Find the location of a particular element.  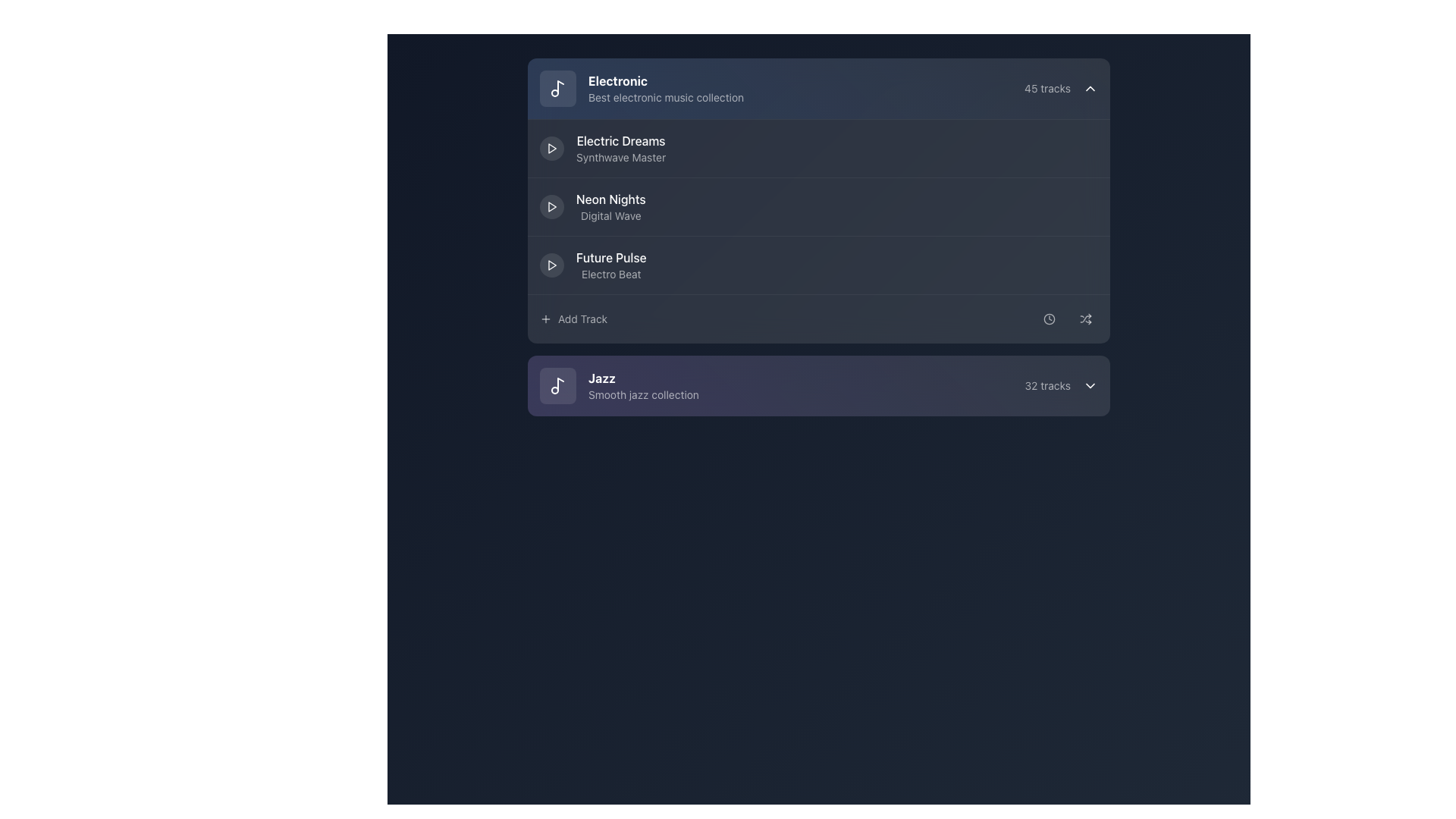

the chevron icon located at the far right of the '32 tracks' label in the bottom card under the 'Jazz' heading is located at coordinates (1090, 385).